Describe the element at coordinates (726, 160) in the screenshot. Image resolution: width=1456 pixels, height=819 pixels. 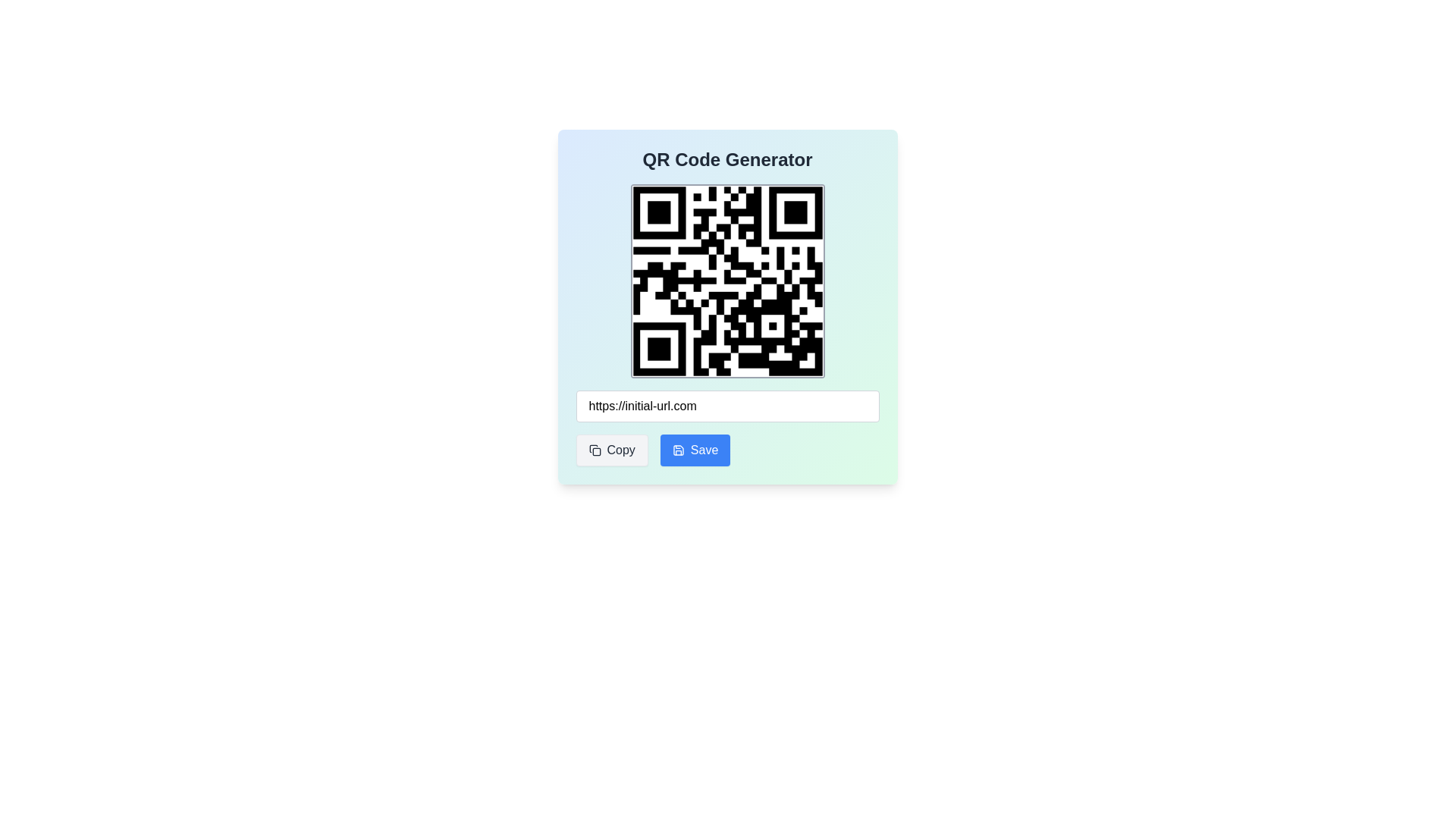
I see `the static text label indicating 'QR Code generation', which serves as the main title of the application, located at the top of the interface` at that location.